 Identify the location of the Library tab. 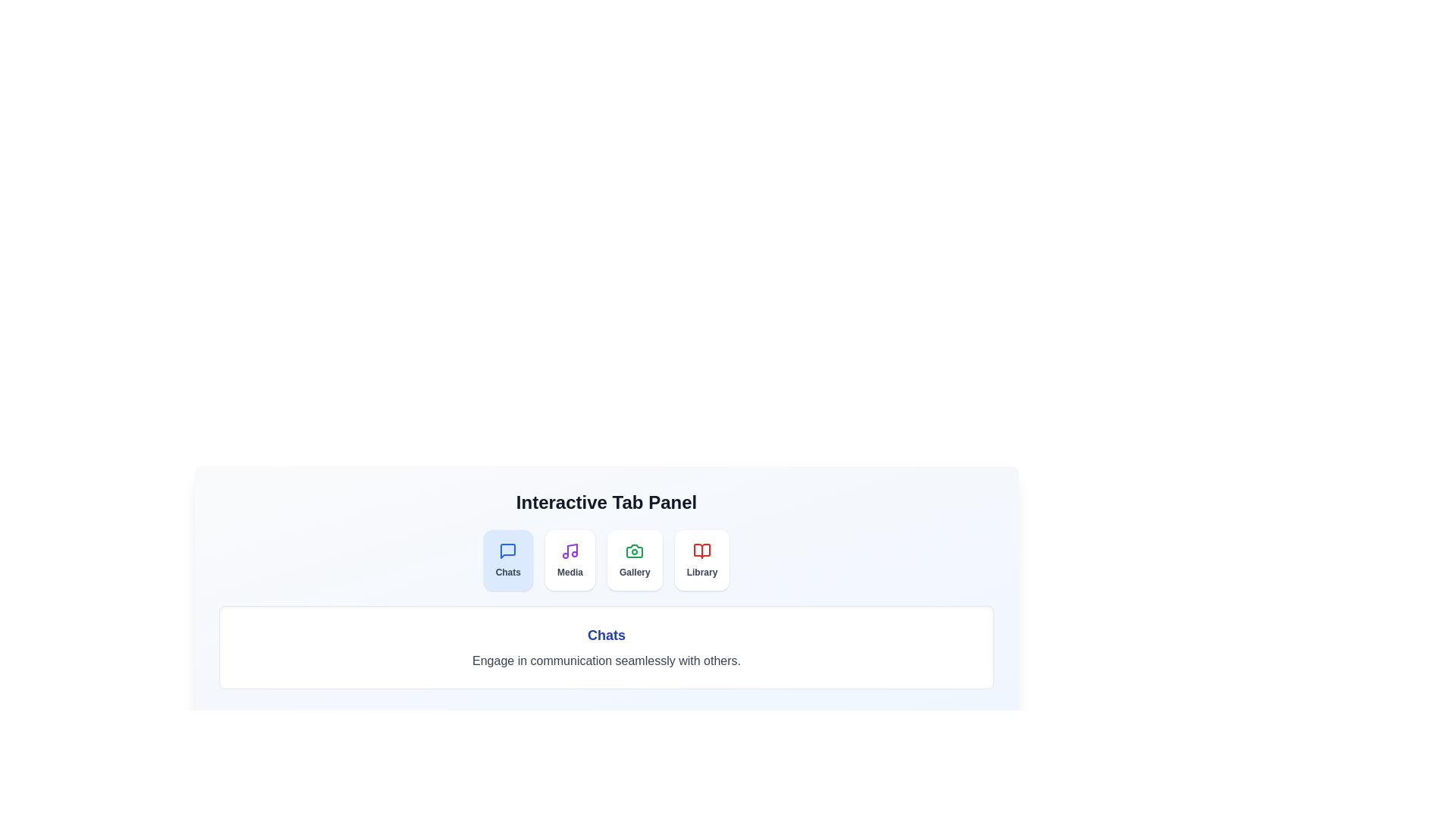
(701, 560).